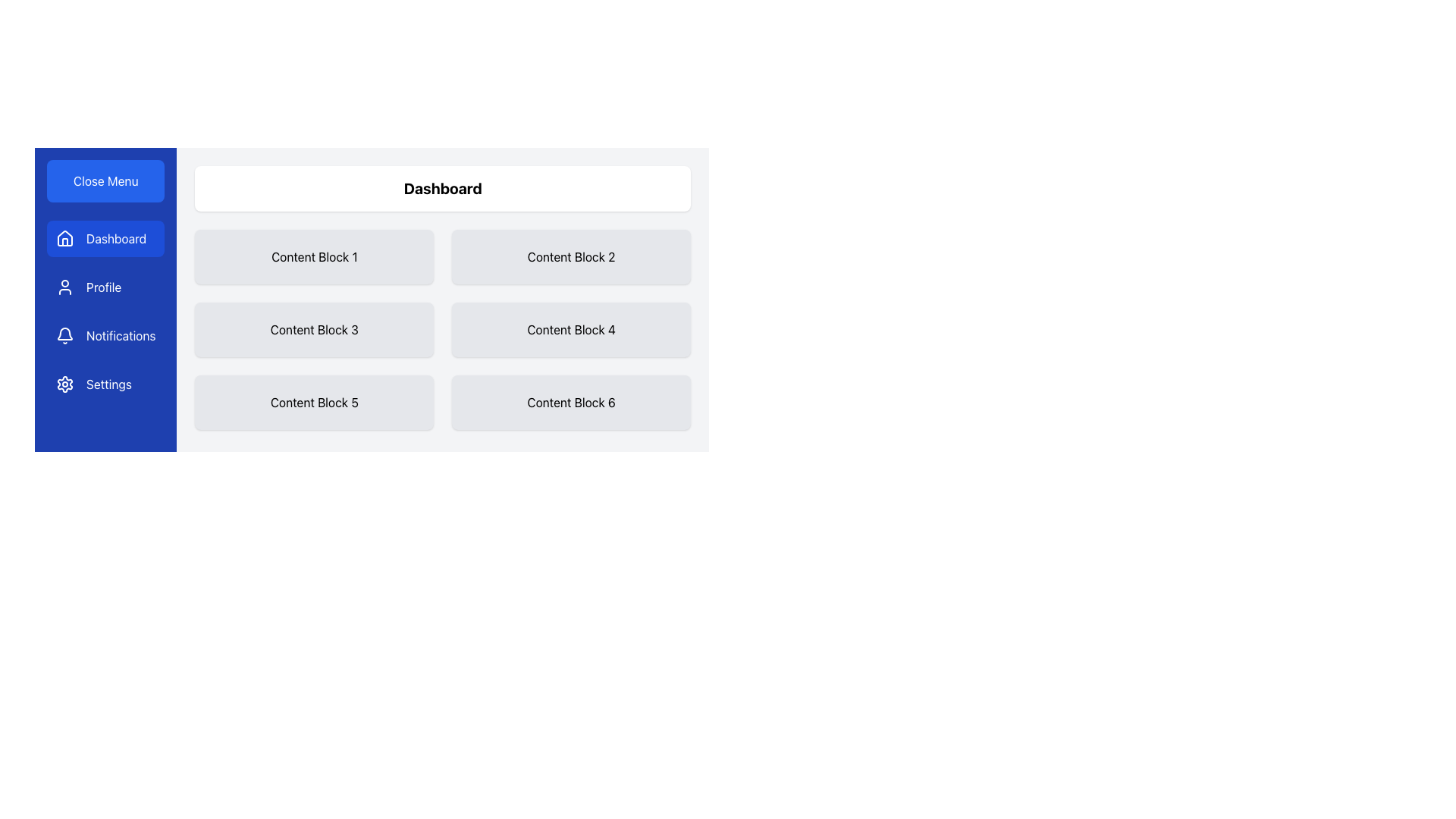 The height and width of the screenshot is (819, 1456). Describe the element at coordinates (105, 287) in the screenshot. I see `the 'Profile' button located in the left navigation bar, which is the second option from the top` at that location.